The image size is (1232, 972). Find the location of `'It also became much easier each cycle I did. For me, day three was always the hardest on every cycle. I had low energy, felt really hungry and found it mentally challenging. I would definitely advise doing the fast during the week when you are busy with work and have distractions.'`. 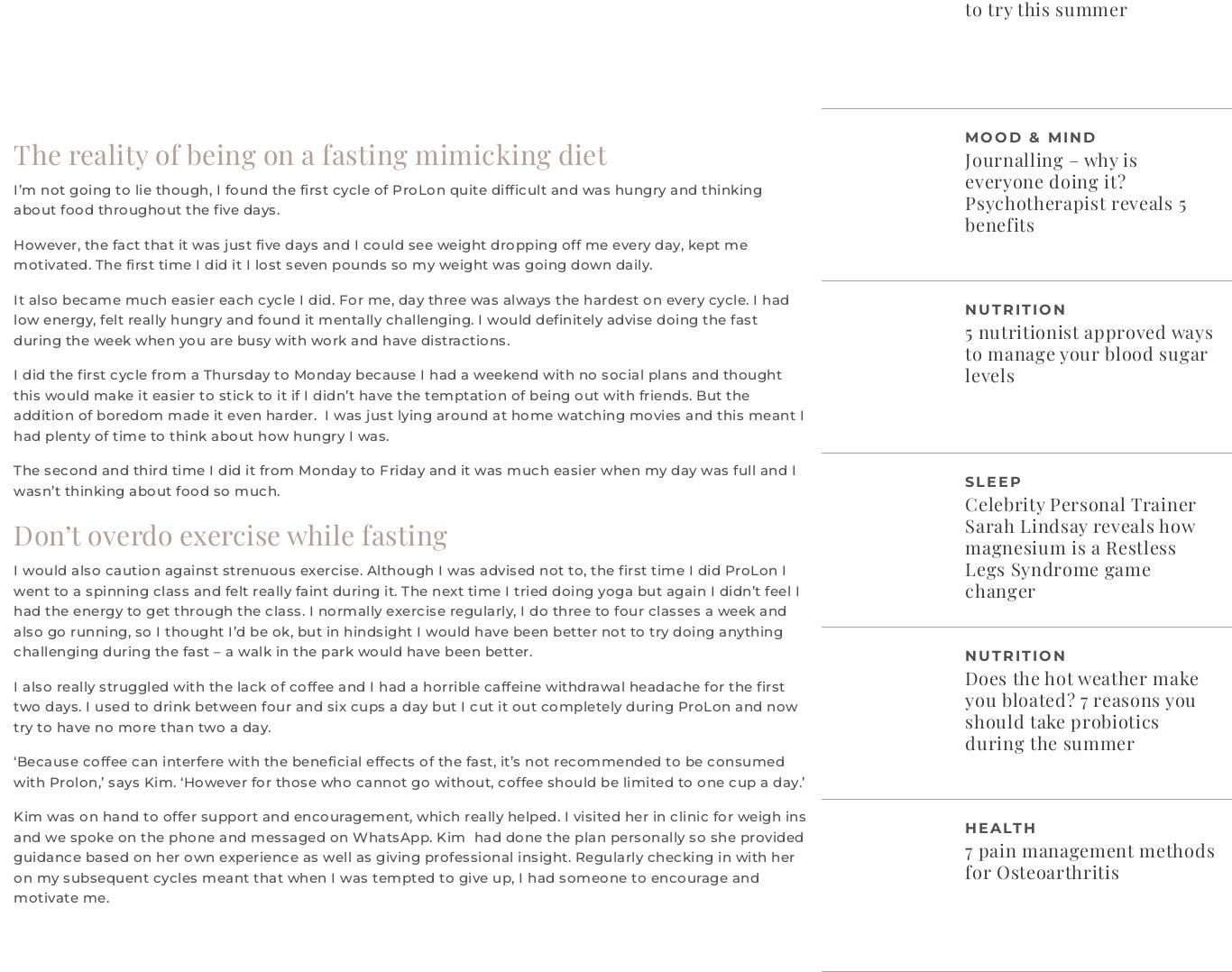

'It also became much easier each cycle I did. For me, day three was always the hardest on every cycle. I had low energy, felt really hungry and found it mentally challenging. I would definitely advise doing the fast during the week when you are busy with work and have distractions.' is located at coordinates (400, 319).